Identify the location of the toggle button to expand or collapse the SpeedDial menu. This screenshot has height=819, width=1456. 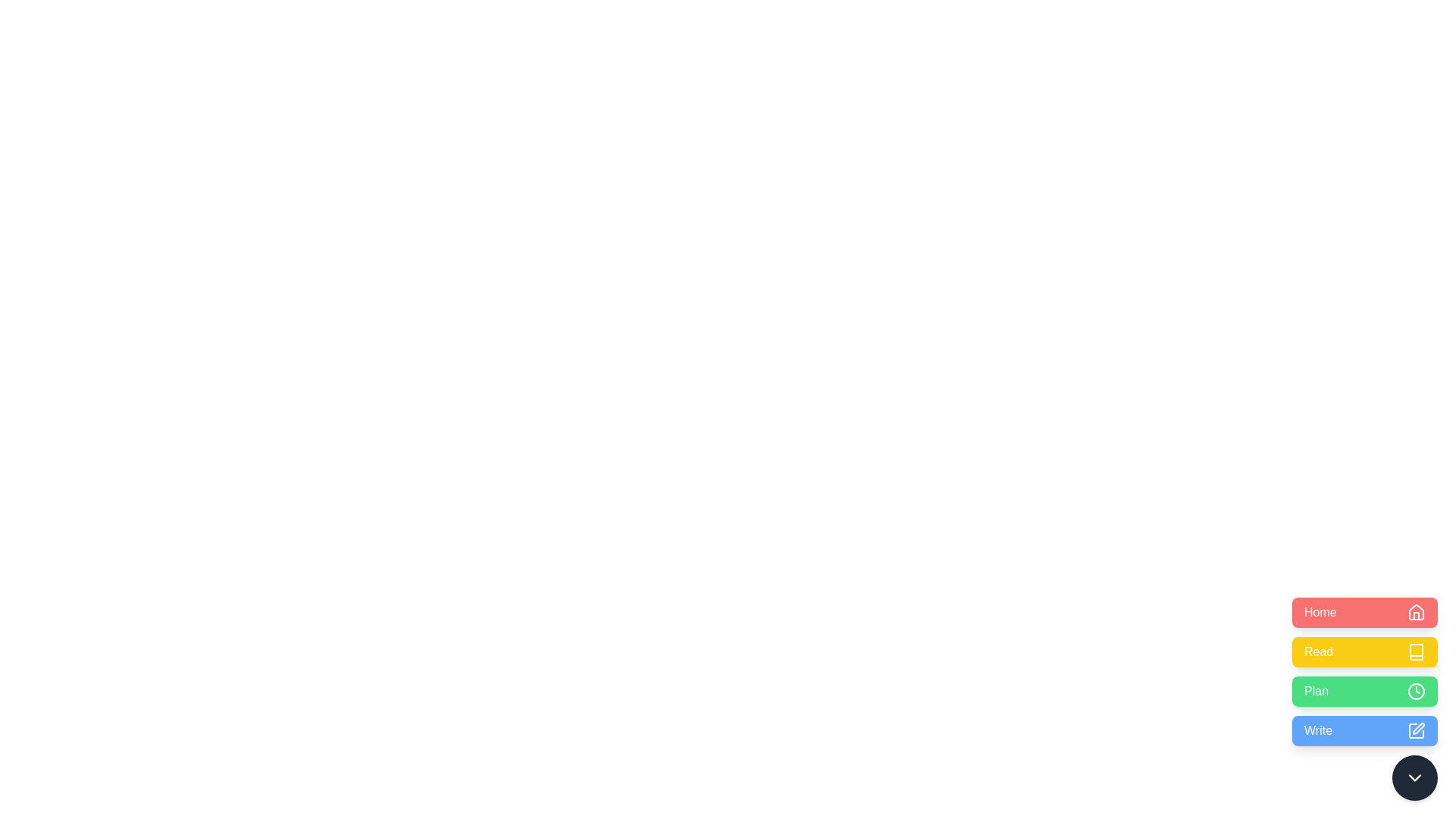
(1414, 778).